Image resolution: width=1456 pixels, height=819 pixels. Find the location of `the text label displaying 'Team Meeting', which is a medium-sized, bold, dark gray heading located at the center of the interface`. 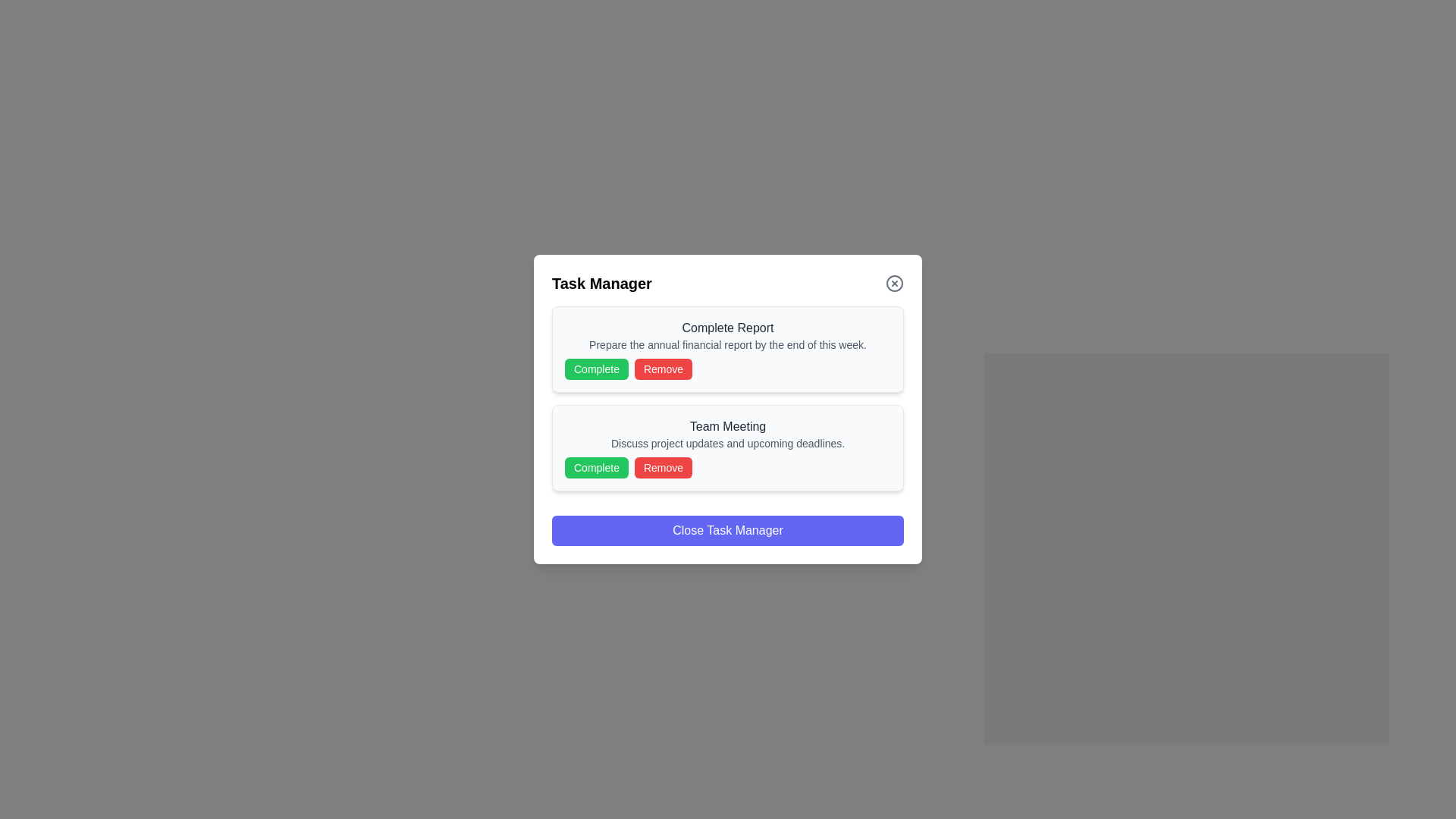

the text label displaying 'Team Meeting', which is a medium-sized, bold, dark gray heading located at the center of the interface is located at coordinates (728, 427).